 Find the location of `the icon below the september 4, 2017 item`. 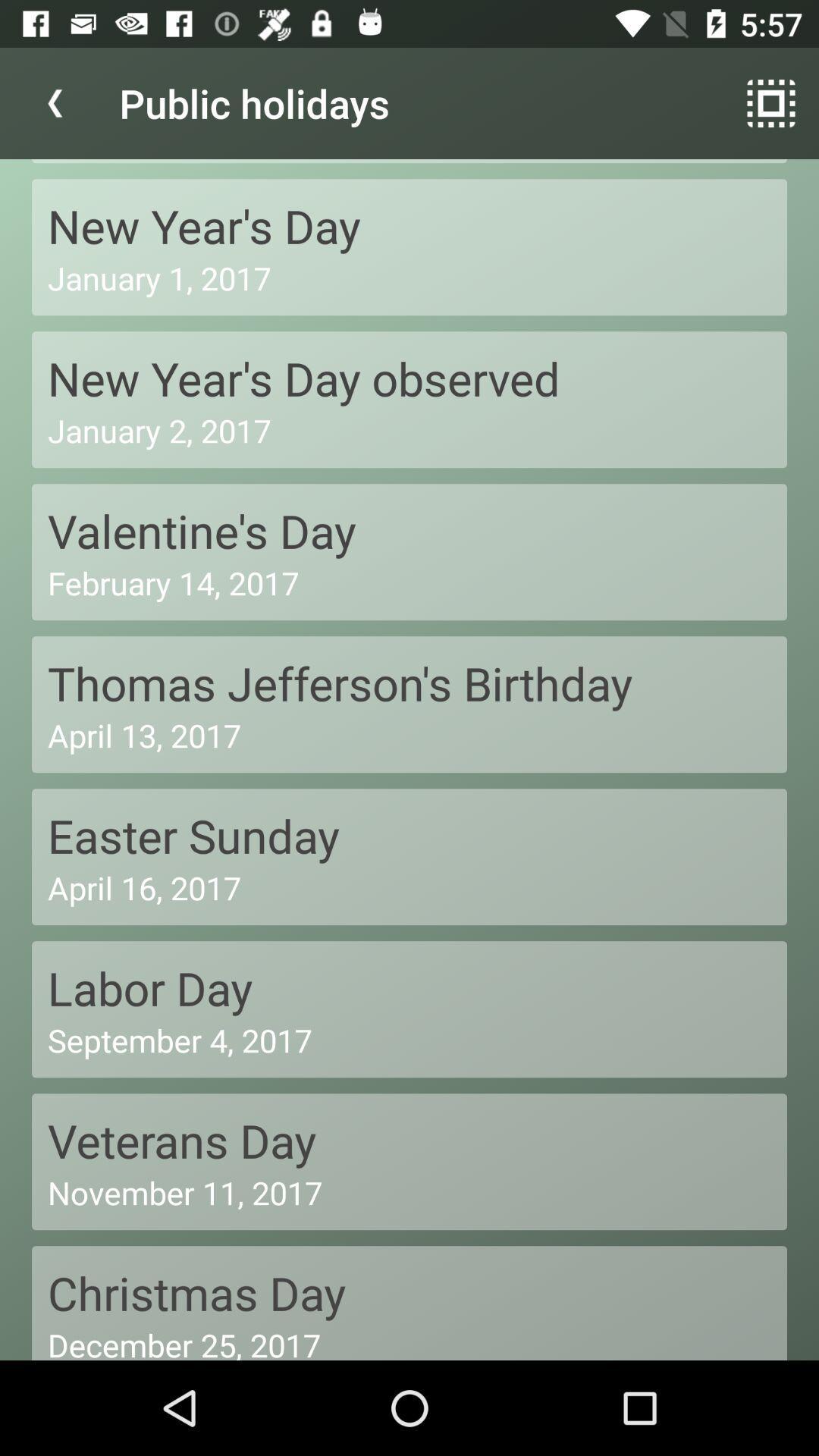

the icon below the september 4, 2017 item is located at coordinates (409, 1140).